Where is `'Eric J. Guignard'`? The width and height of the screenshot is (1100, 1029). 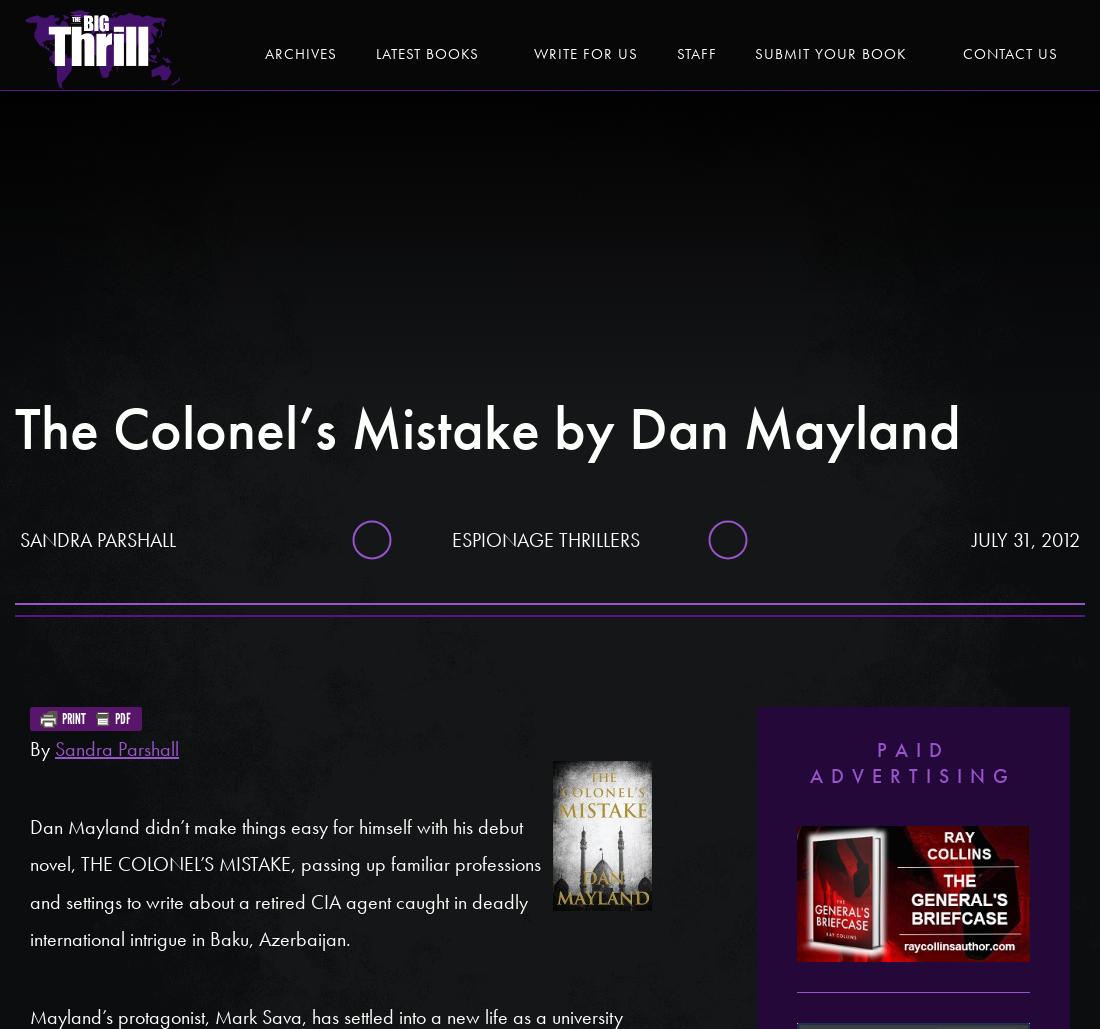 'Eric J. Guignard' is located at coordinates (913, 36).